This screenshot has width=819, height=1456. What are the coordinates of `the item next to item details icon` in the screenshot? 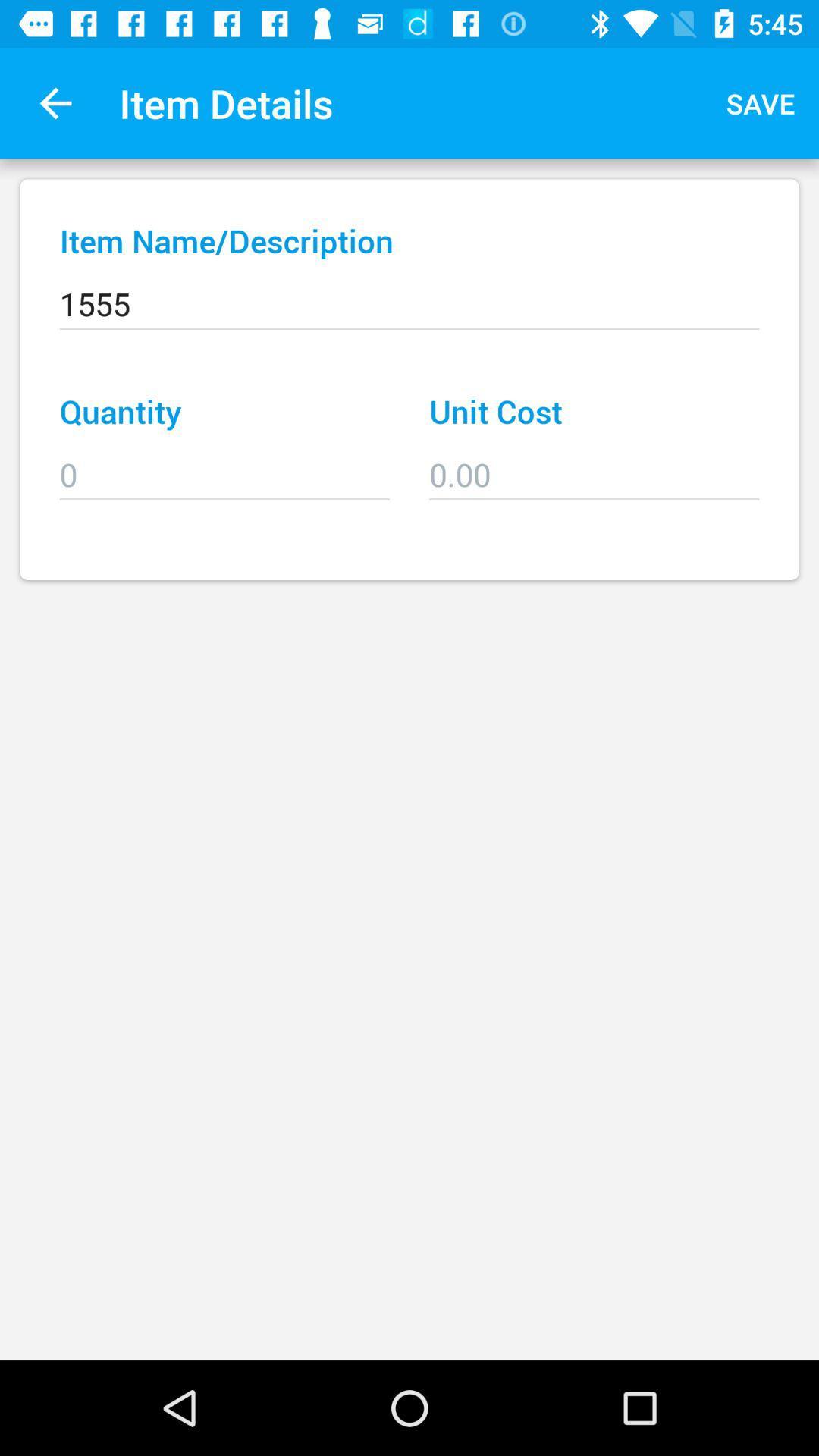 It's located at (761, 102).